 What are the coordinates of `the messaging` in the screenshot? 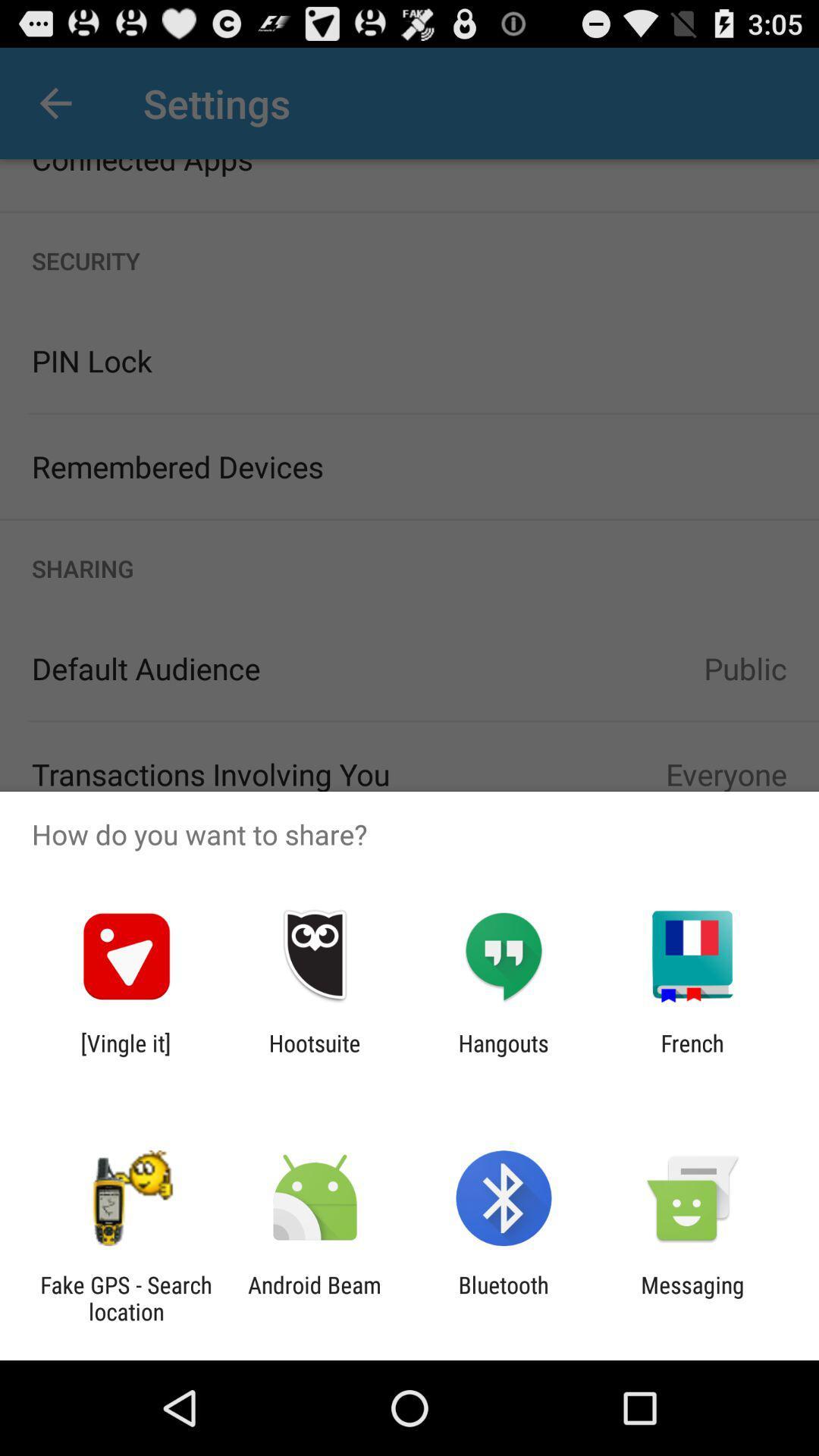 It's located at (692, 1298).